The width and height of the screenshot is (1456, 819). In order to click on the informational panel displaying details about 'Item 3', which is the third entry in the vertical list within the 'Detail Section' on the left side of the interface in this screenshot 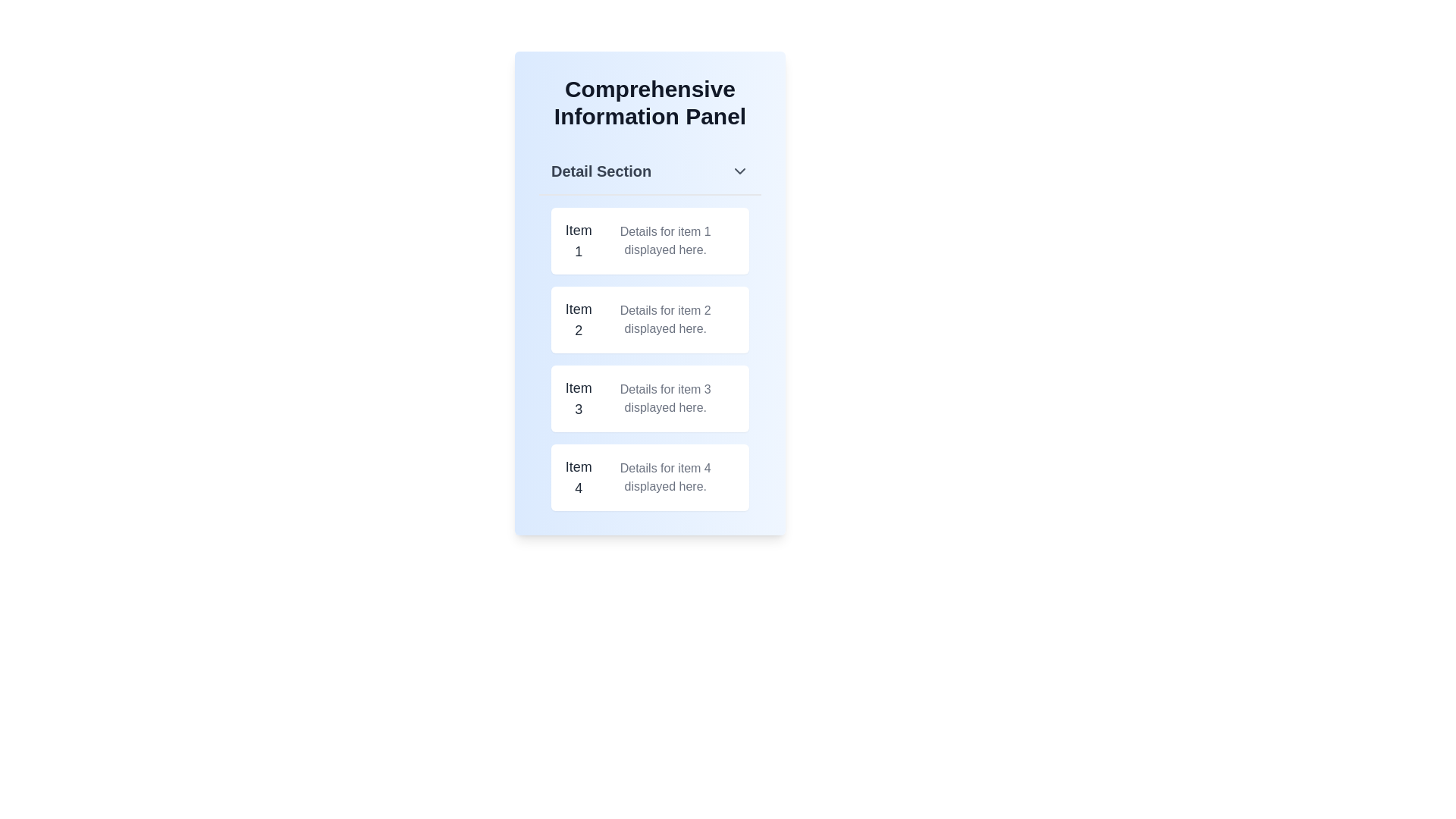, I will do `click(650, 397)`.